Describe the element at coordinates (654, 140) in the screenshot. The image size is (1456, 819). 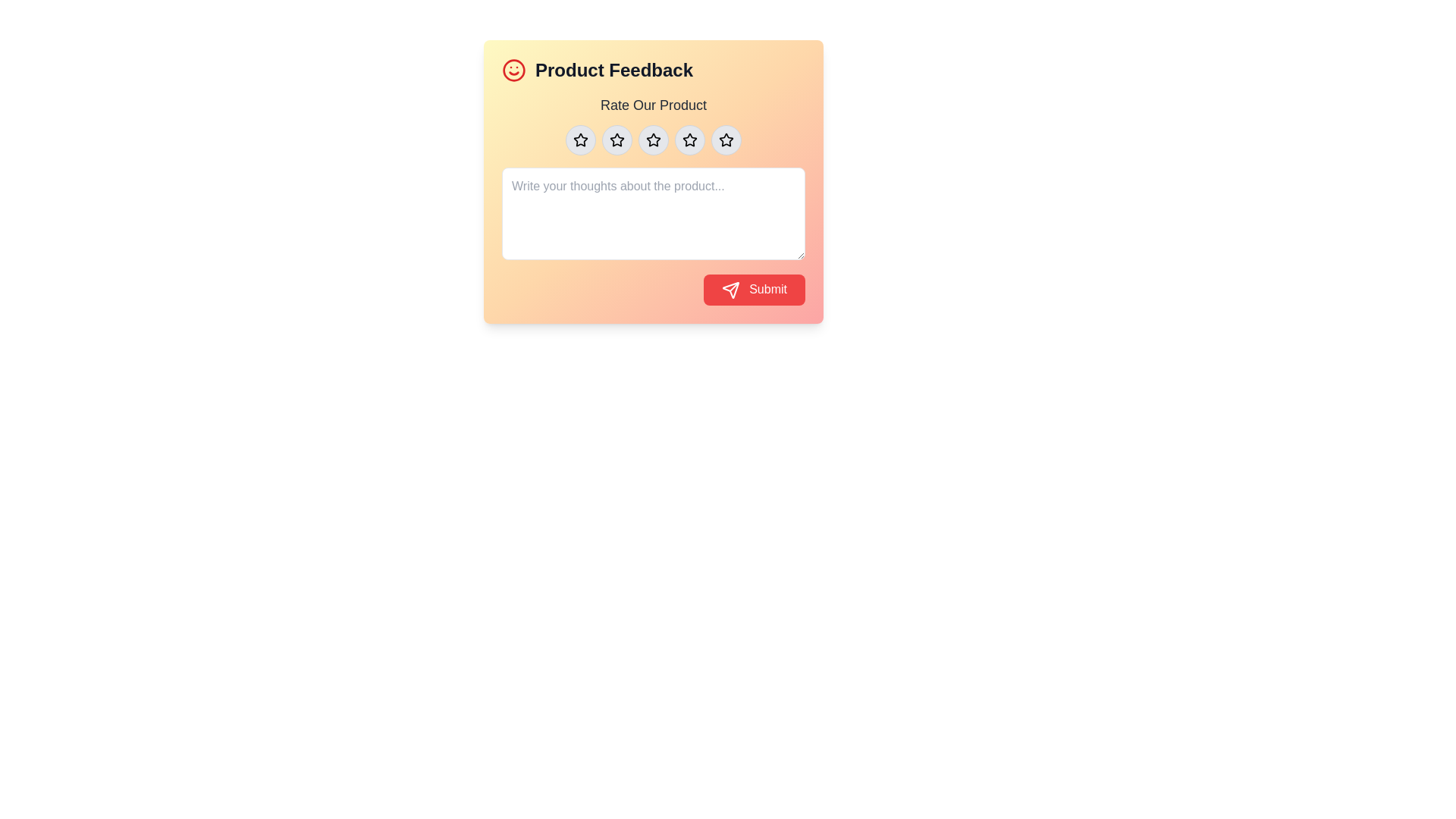
I see `the third star icon in the rating component for accessibility navigation` at that location.